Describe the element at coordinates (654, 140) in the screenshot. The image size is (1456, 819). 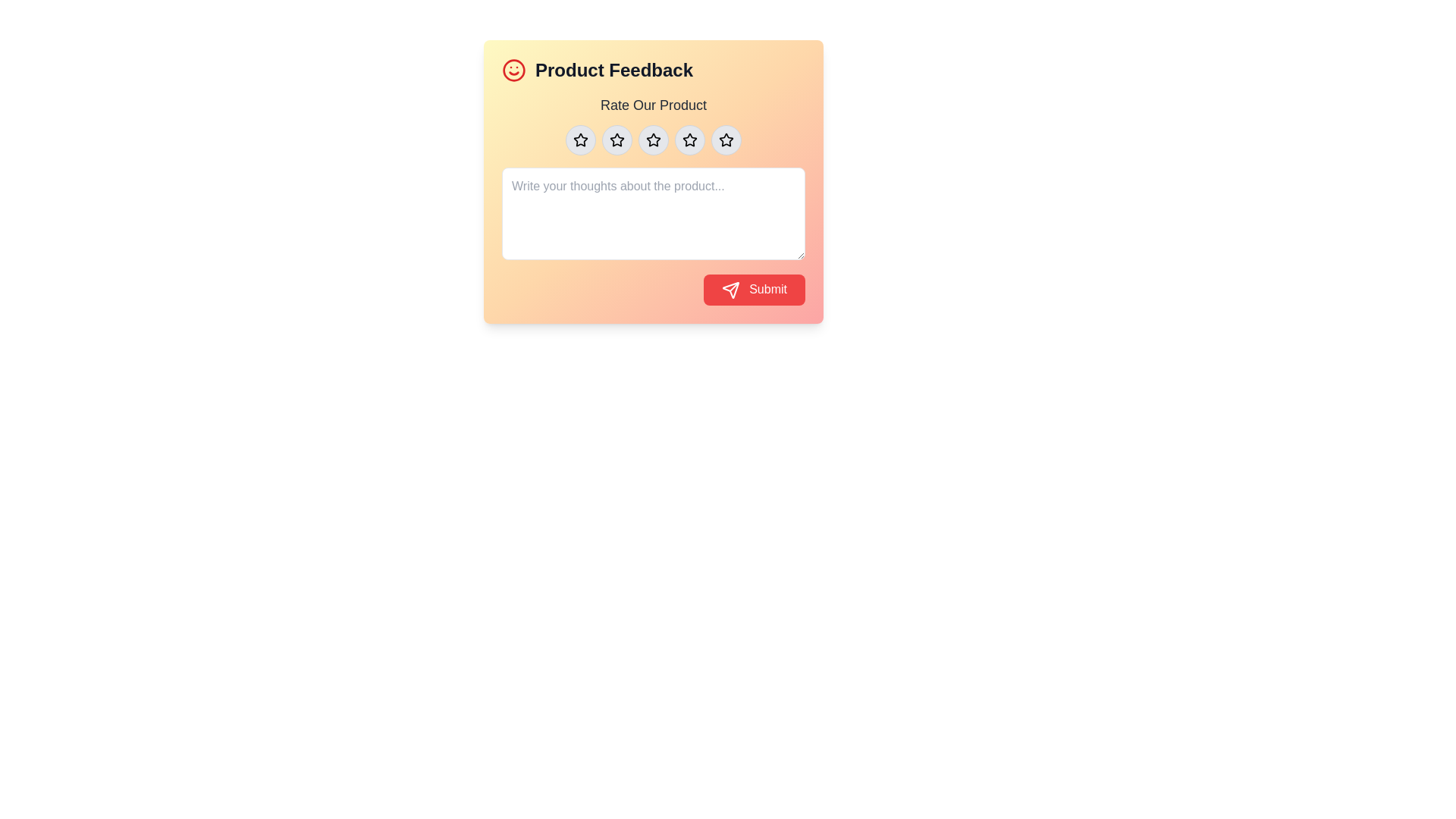
I see `the third star icon in the rating component for accessibility navigation` at that location.